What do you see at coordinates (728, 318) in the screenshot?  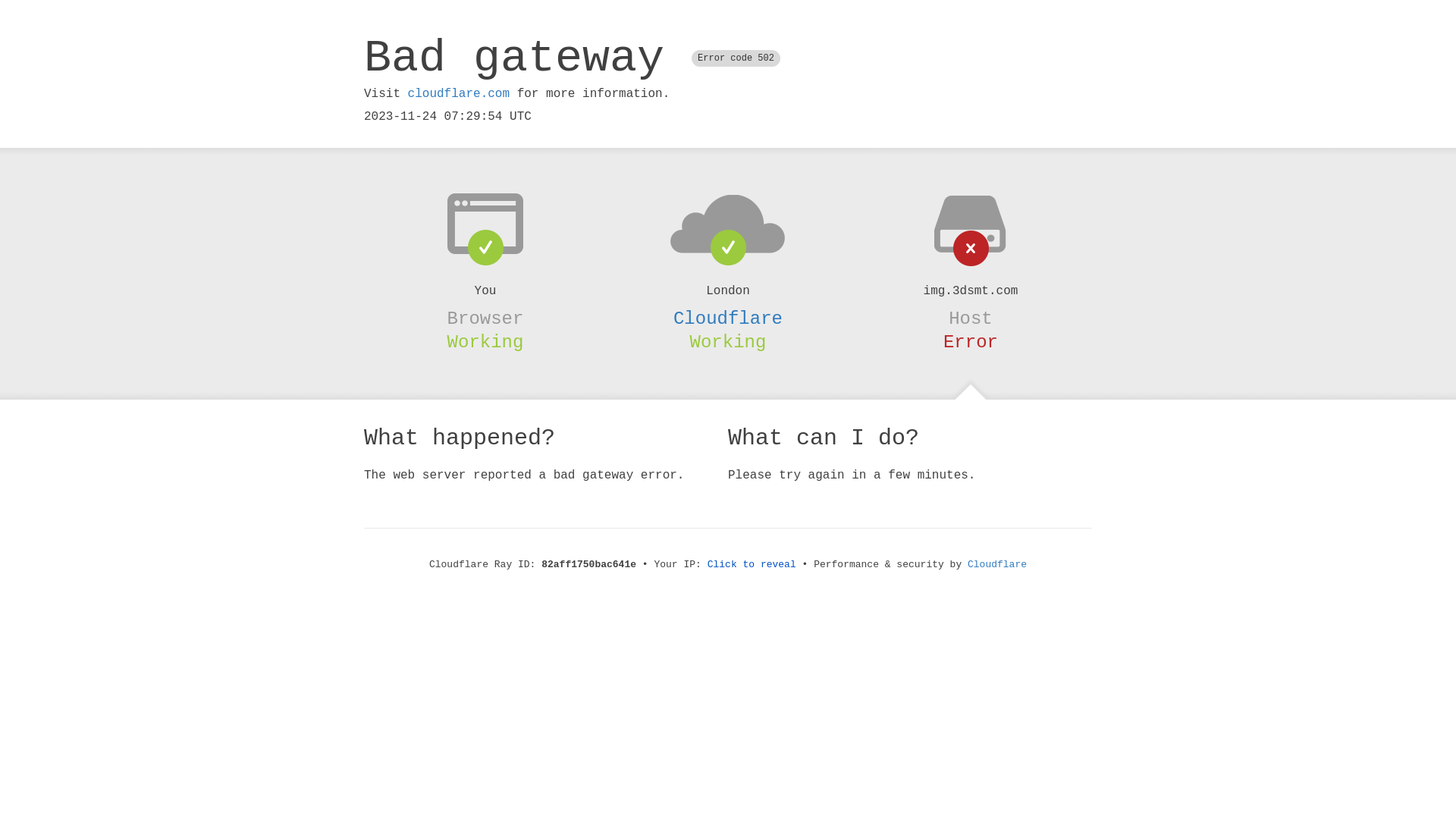 I see `'Cloudflare'` at bounding box center [728, 318].